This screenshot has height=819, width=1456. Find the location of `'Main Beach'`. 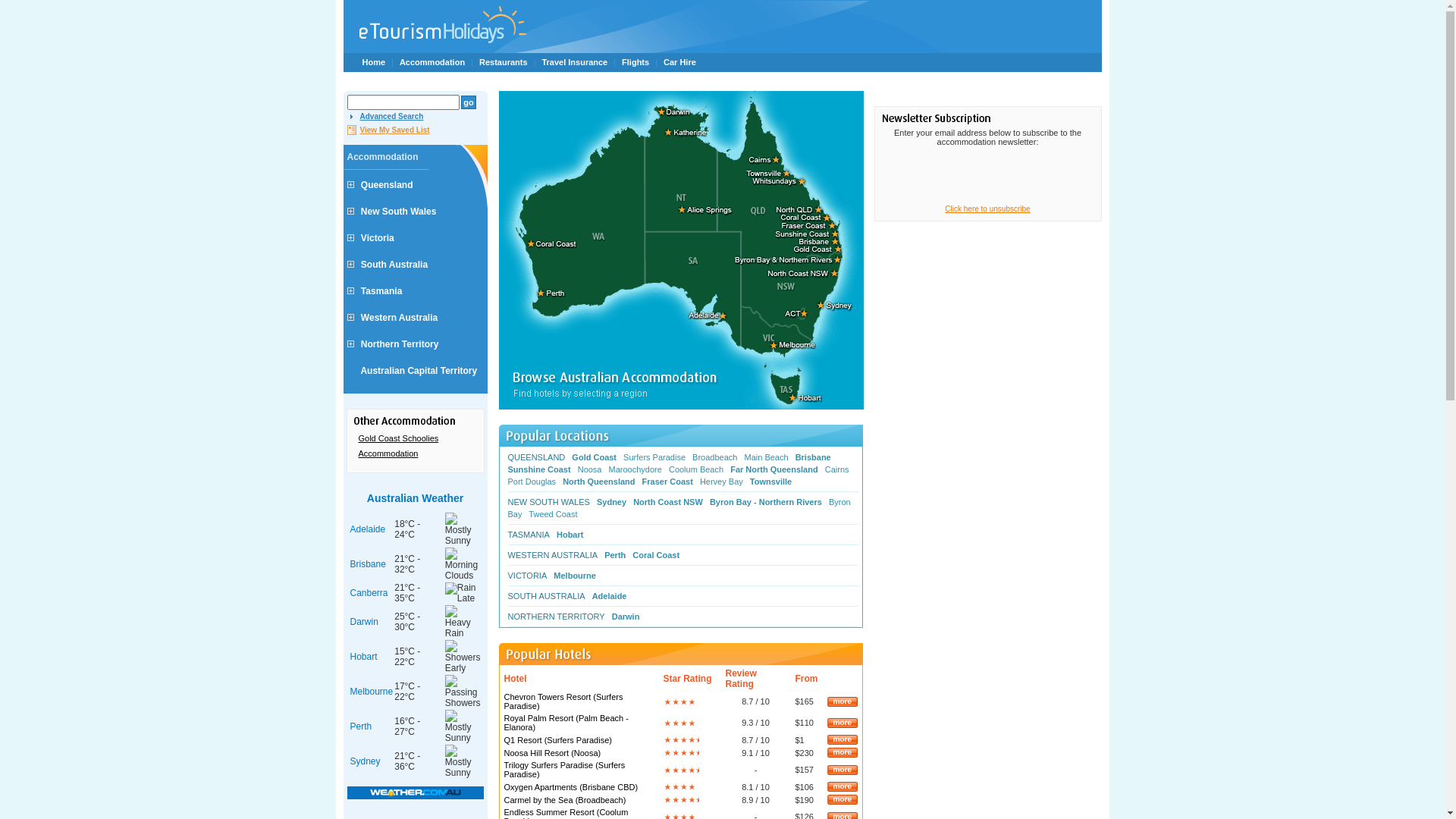

'Main Beach' is located at coordinates (767, 456).